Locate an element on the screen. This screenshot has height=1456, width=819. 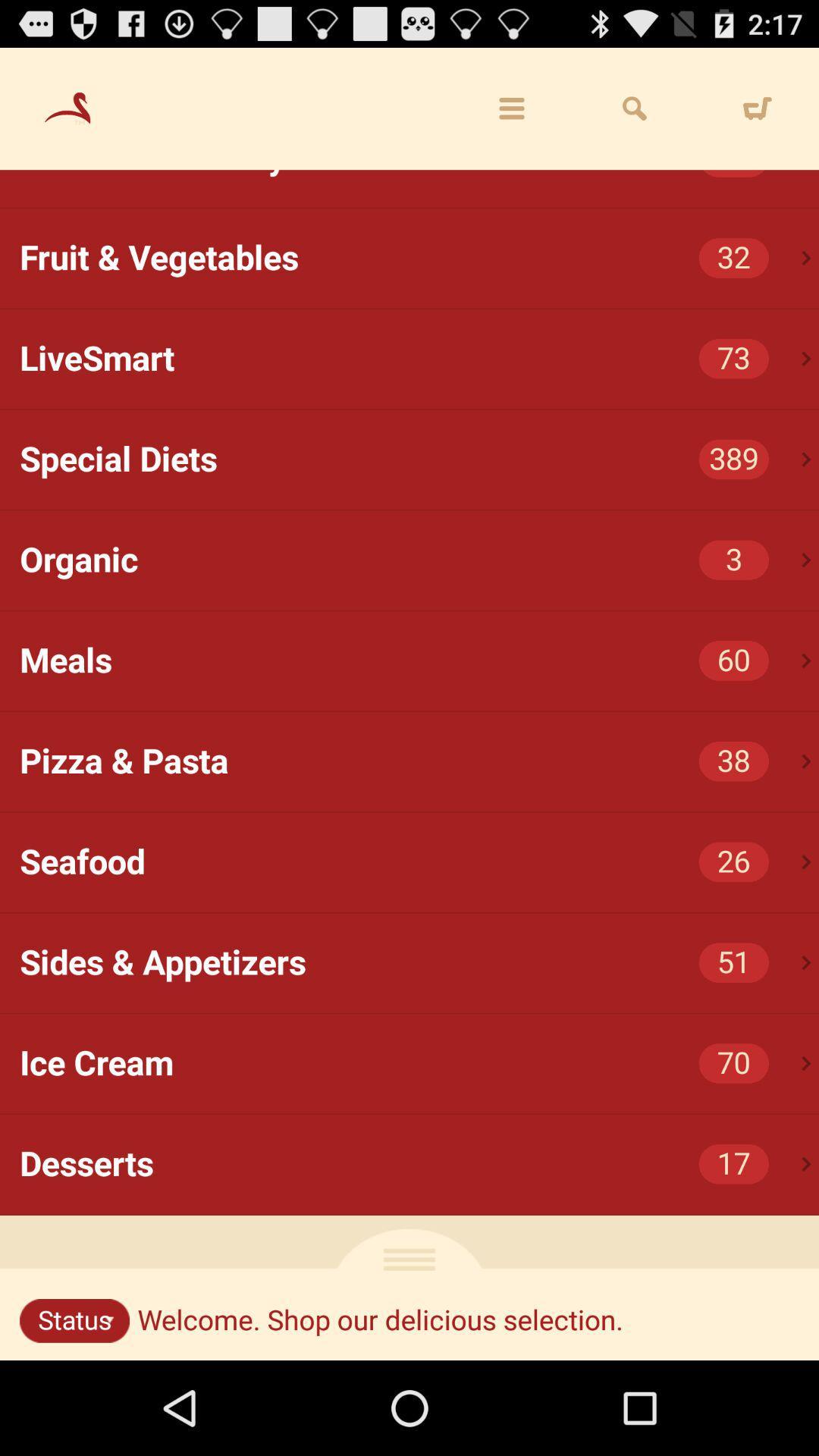
17 item is located at coordinates (733, 1163).